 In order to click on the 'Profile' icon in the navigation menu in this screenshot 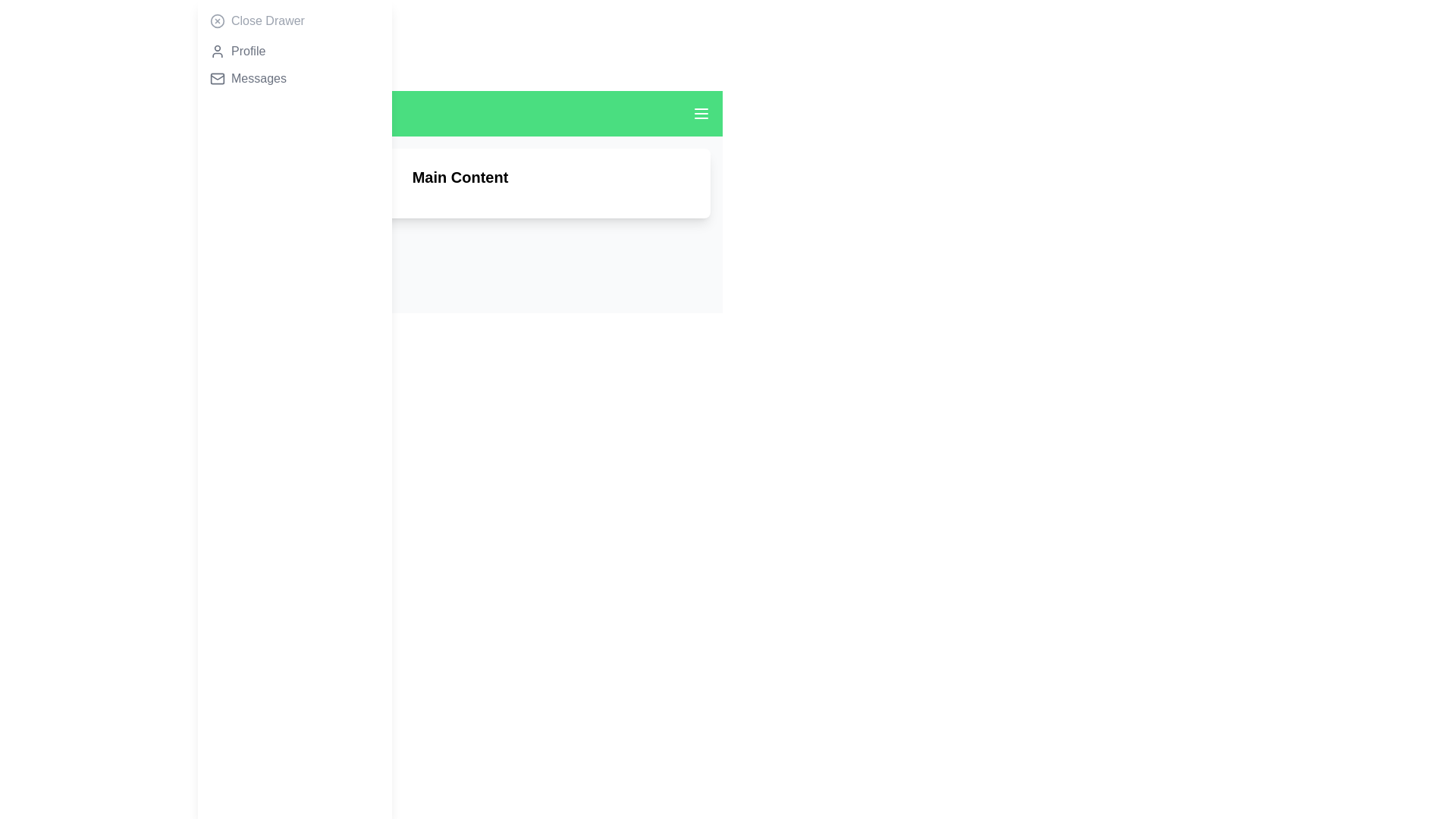, I will do `click(217, 51)`.